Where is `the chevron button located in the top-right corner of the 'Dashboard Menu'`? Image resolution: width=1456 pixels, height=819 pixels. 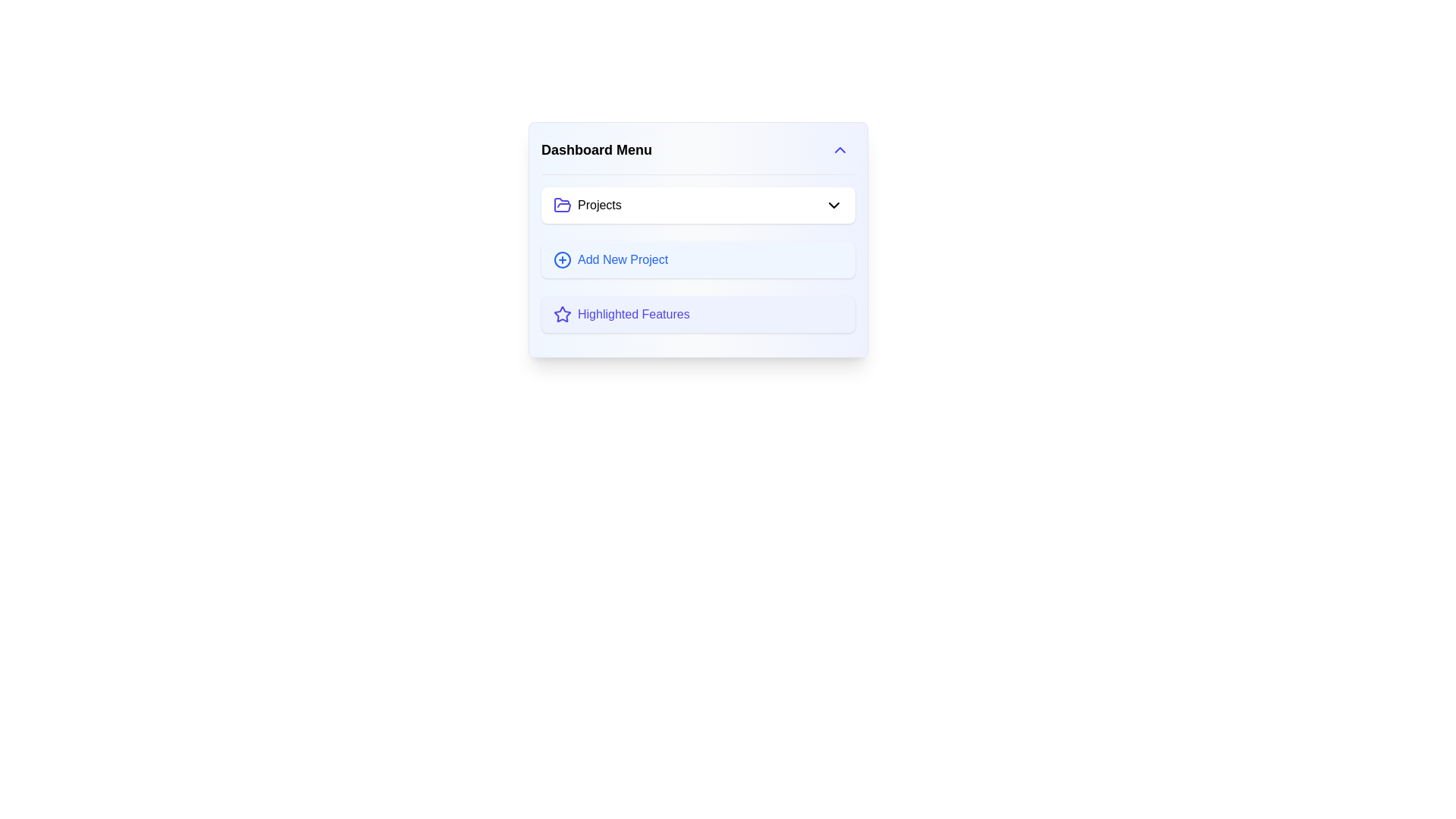
the chevron button located in the top-right corner of the 'Dashboard Menu' is located at coordinates (839, 149).